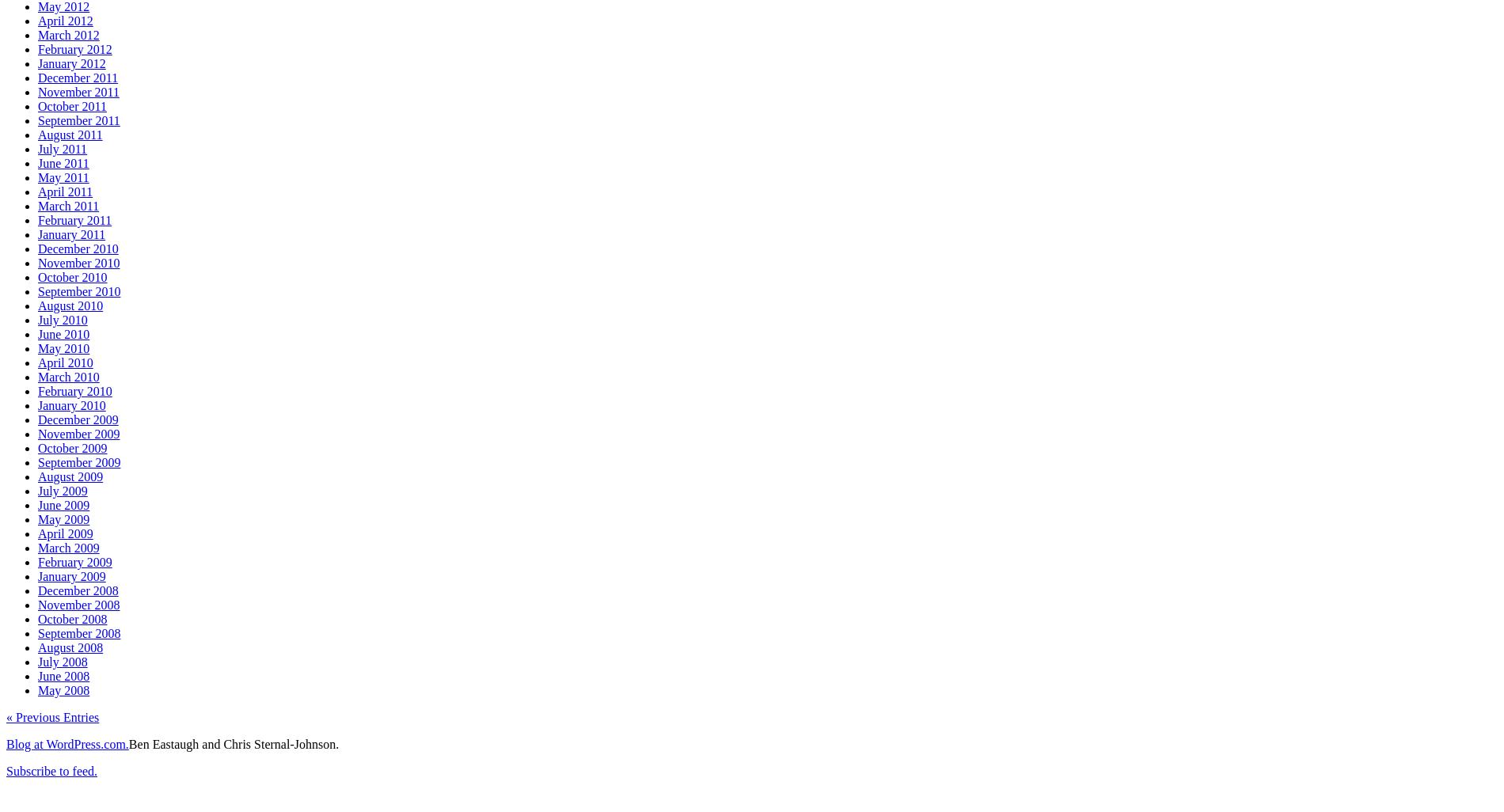 Image resolution: width=1504 pixels, height=812 pixels. Describe the element at coordinates (38, 105) in the screenshot. I see `'October 2011'` at that location.